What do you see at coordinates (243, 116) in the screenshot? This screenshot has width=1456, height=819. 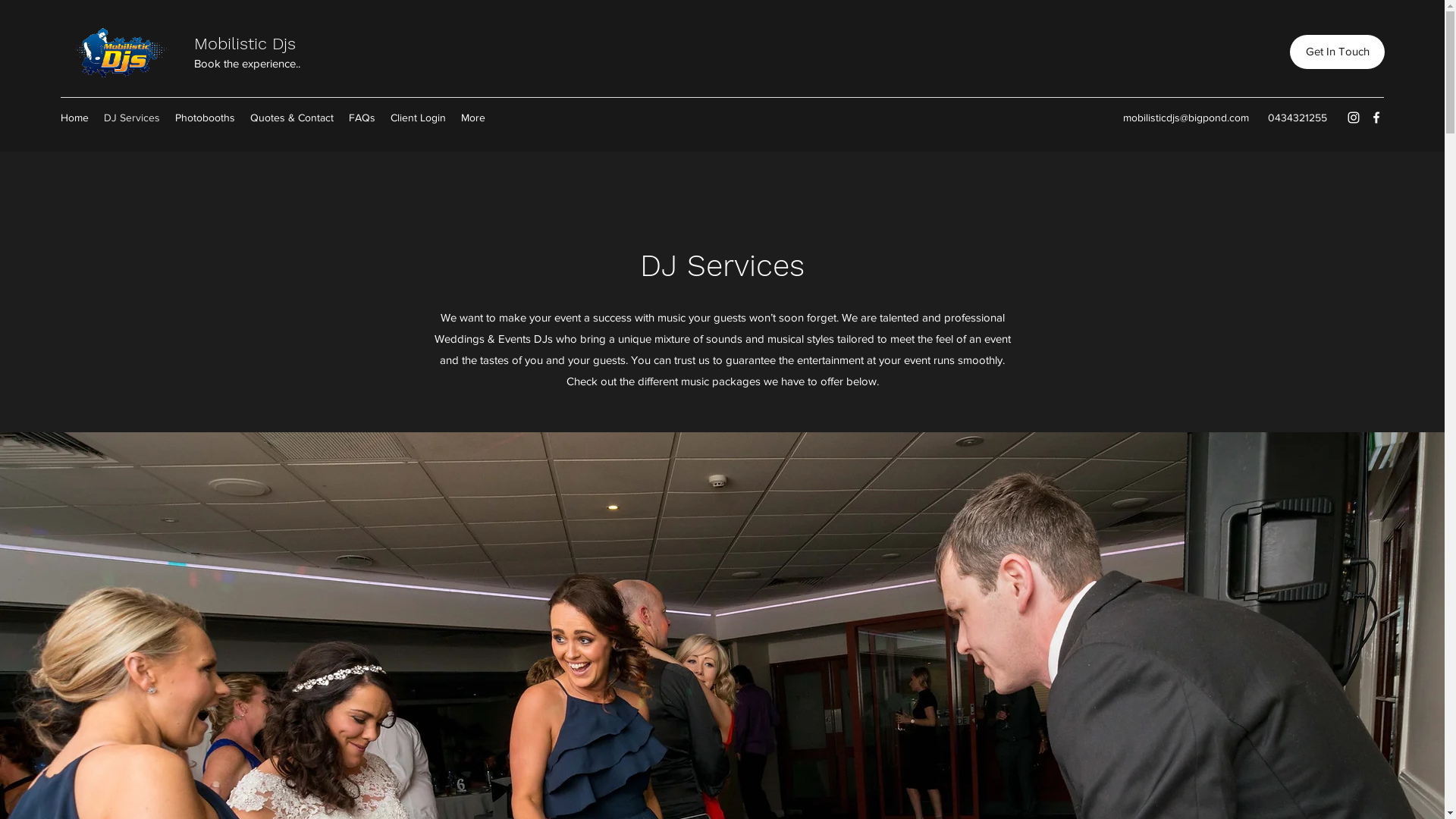 I see `'Quotes & Contact'` at bounding box center [243, 116].